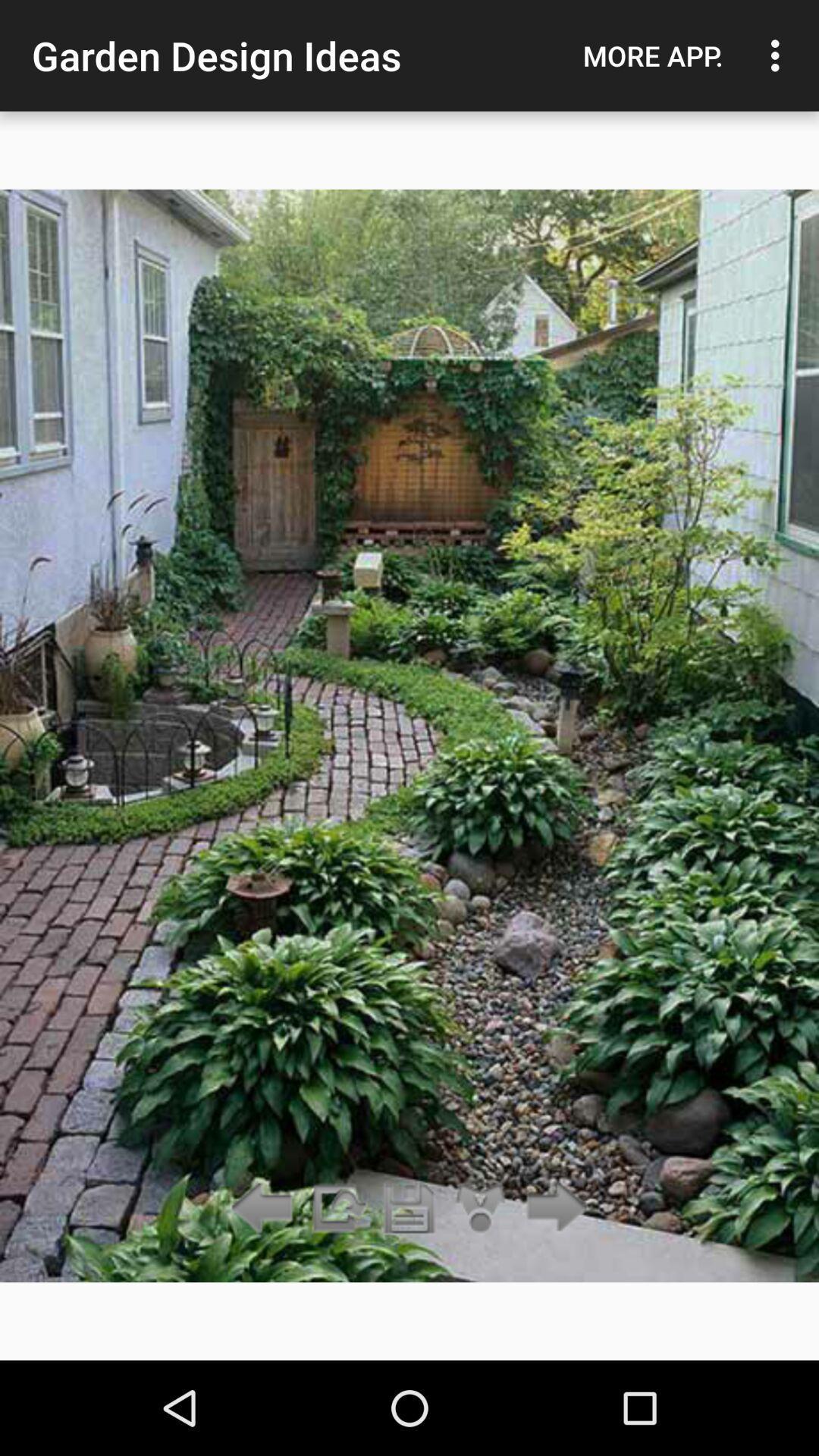  Describe the element at coordinates (652, 55) in the screenshot. I see `app next to the garden design ideas app` at that location.